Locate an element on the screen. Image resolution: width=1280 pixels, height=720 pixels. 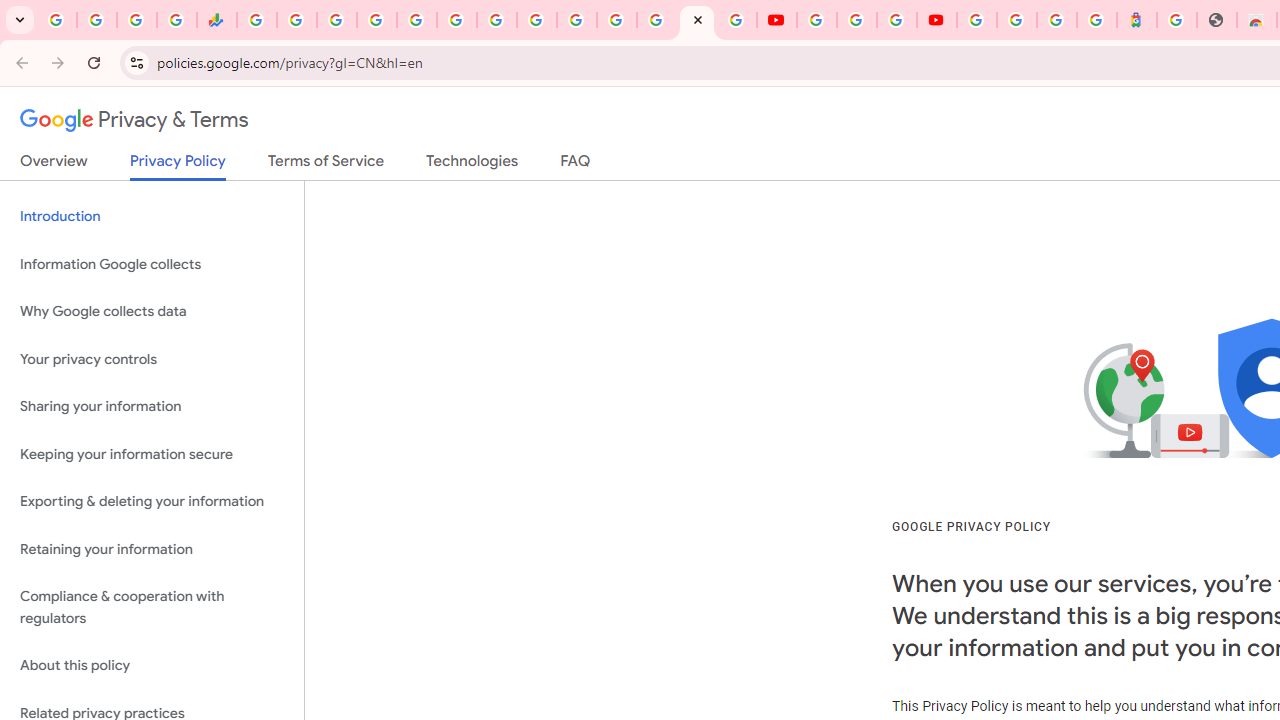
'FAQ' is located at coordinates (575, 164).